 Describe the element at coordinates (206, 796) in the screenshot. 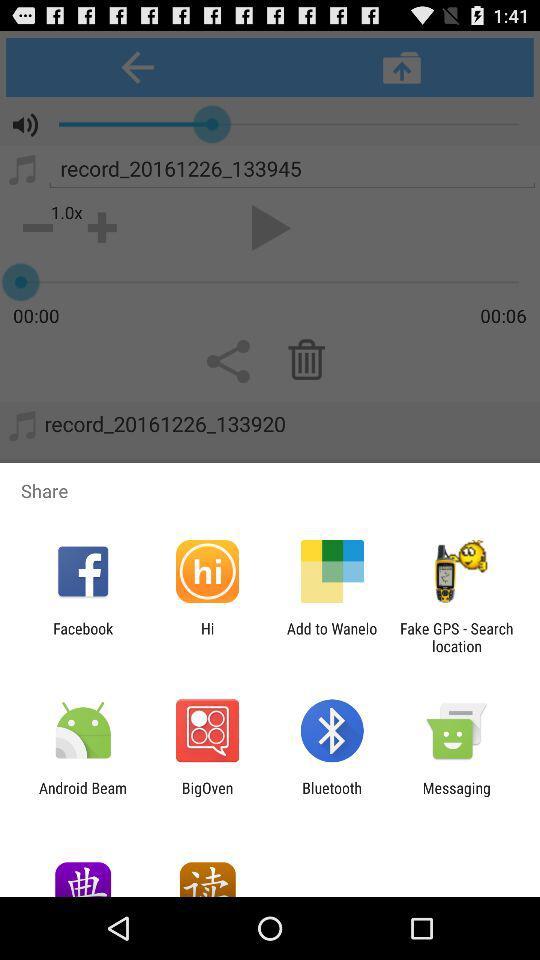

I see `the item next to the bluetooth icon` at that location.